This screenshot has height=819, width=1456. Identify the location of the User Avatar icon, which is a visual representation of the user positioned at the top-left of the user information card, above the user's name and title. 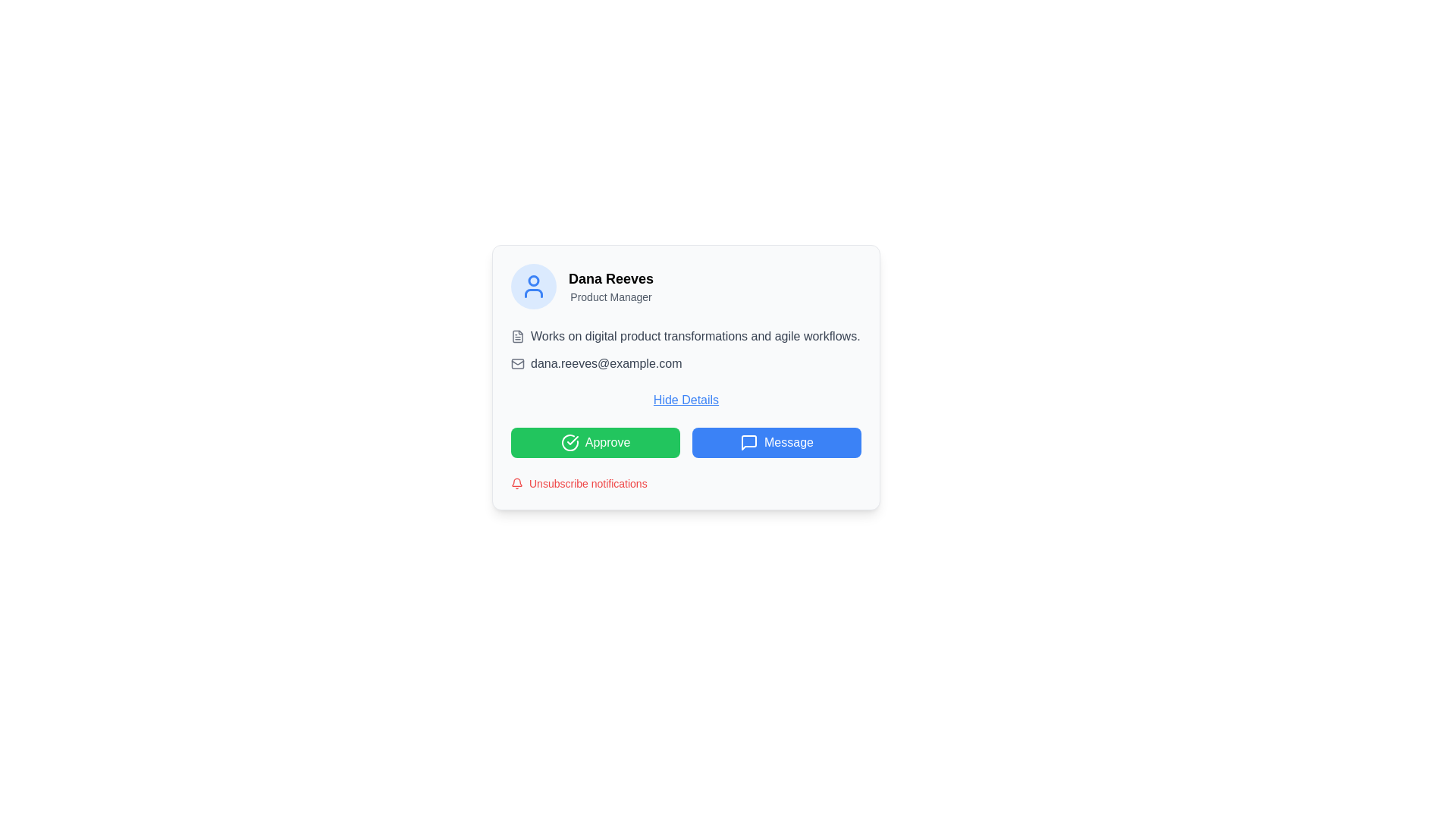
(534, 287).